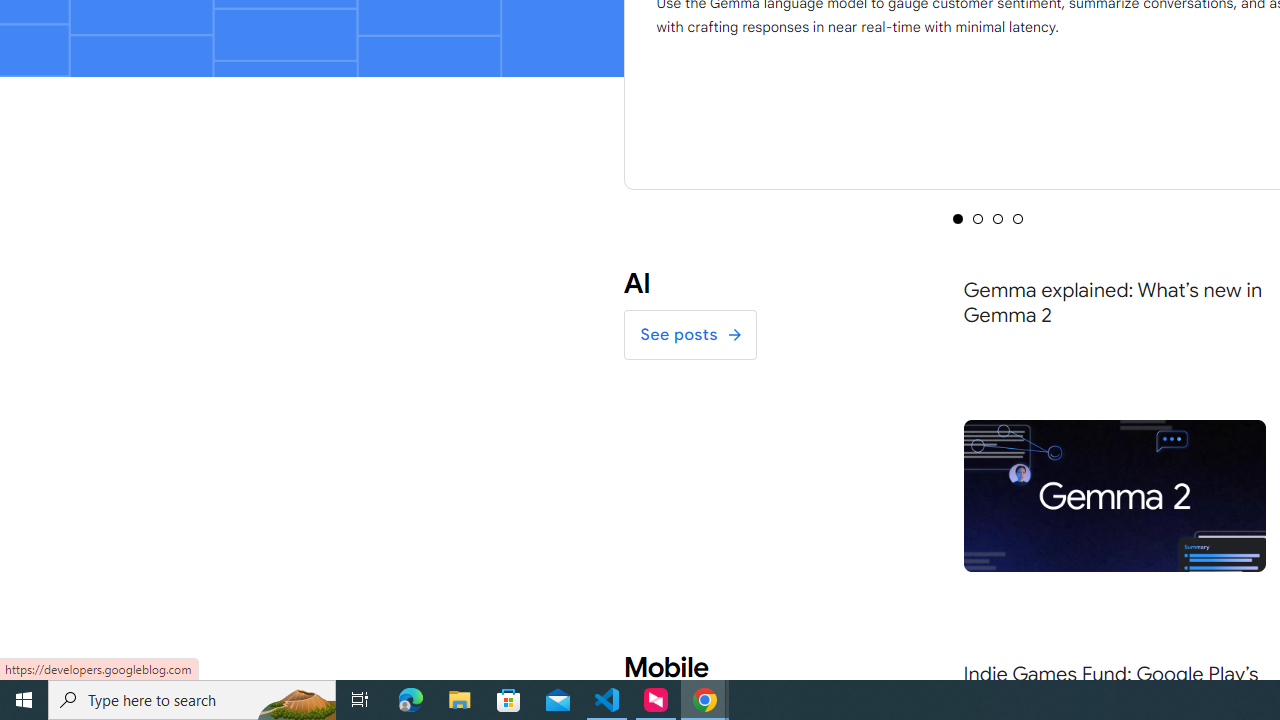 The width and height of the screenshot is (1280, 720). I want to click on 'See posts', so click(689, 334).